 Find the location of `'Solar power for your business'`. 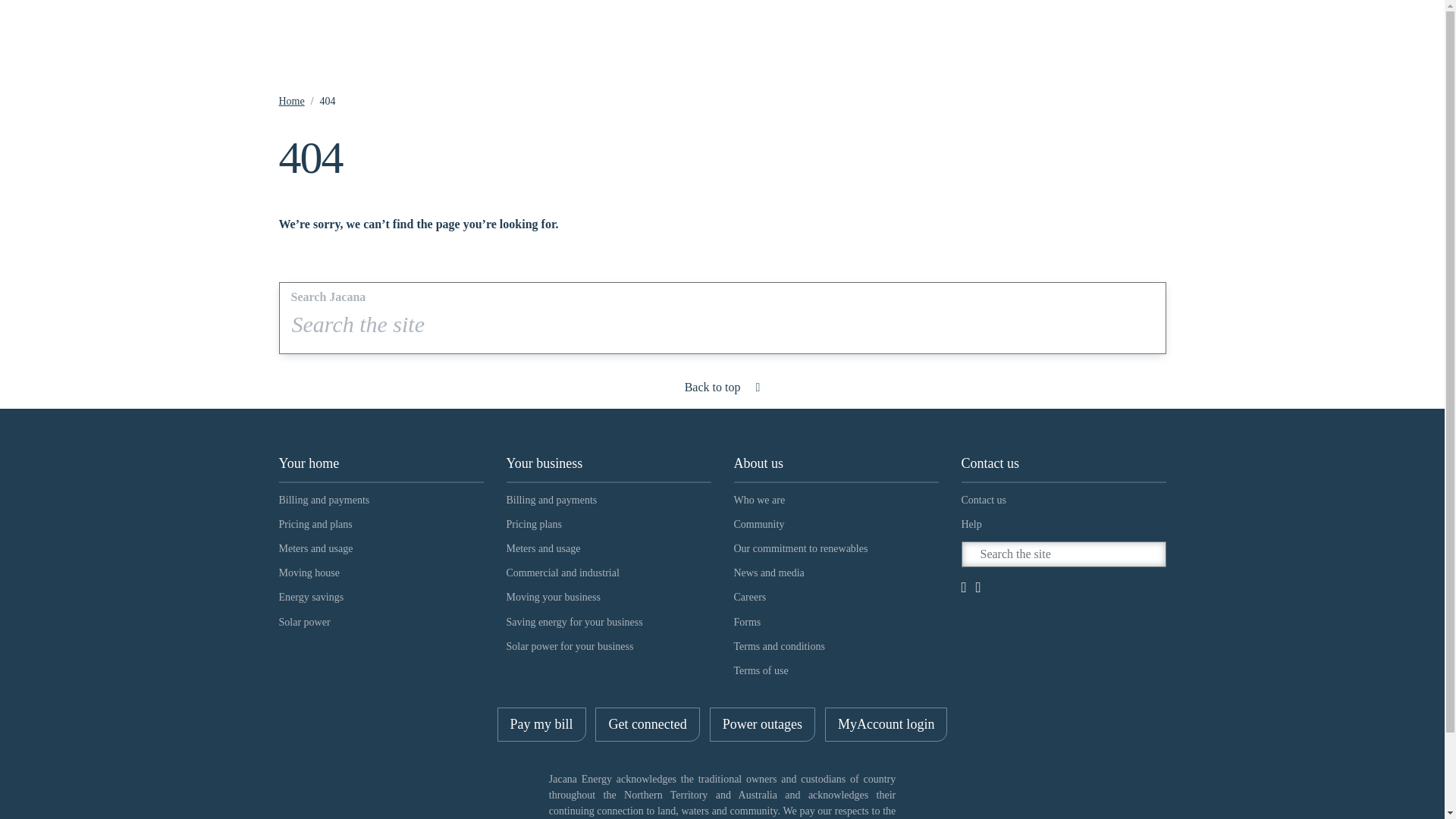

'Solar power for your business' is located at coordinates (608, 648).